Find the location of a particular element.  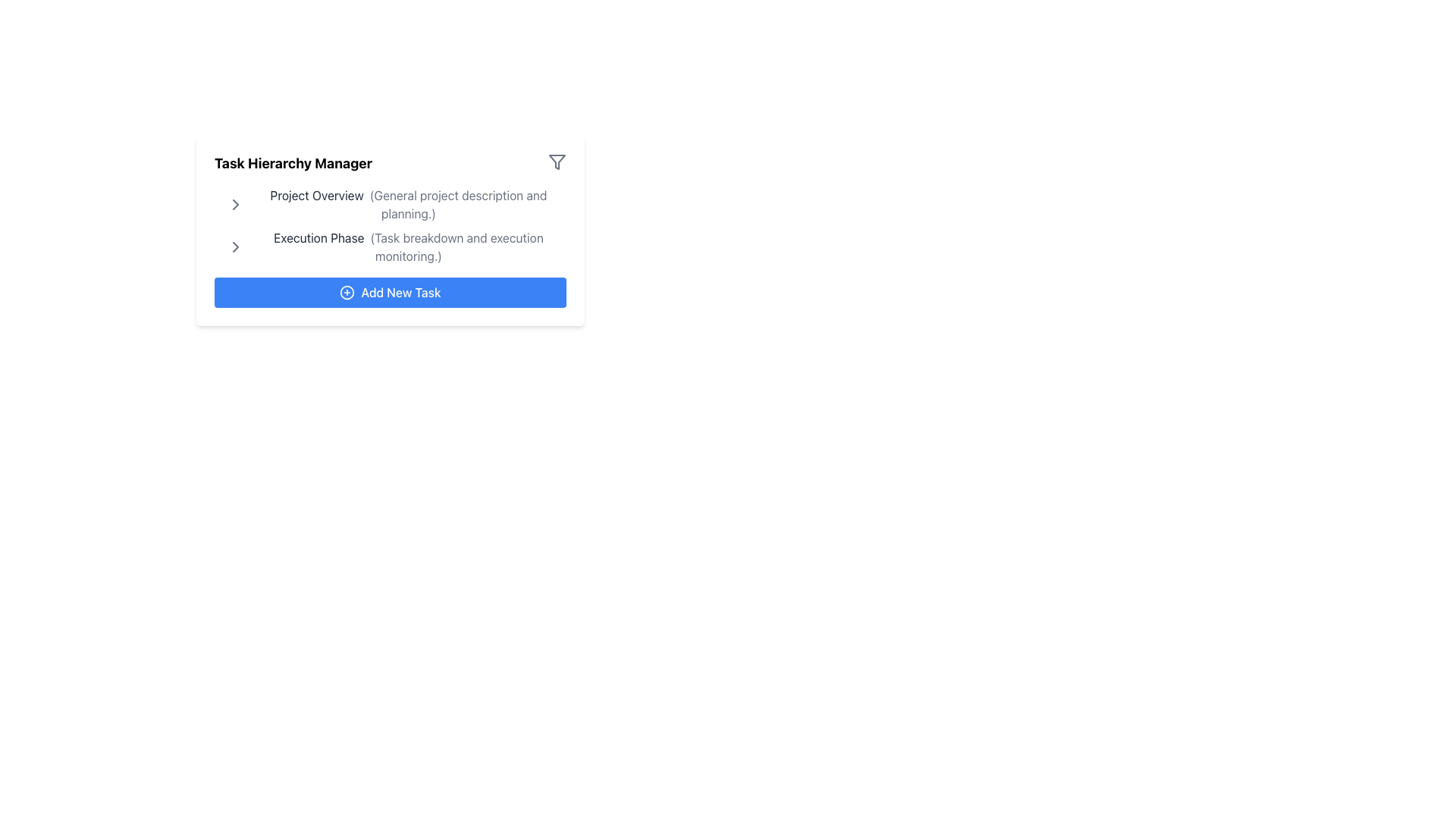

text displayed in the 'Task Hierarchy Manager' section, specifically the lines 'Project Overview' and 'Execution Phase' along with their descriptions is located at coordinates (397, 225).